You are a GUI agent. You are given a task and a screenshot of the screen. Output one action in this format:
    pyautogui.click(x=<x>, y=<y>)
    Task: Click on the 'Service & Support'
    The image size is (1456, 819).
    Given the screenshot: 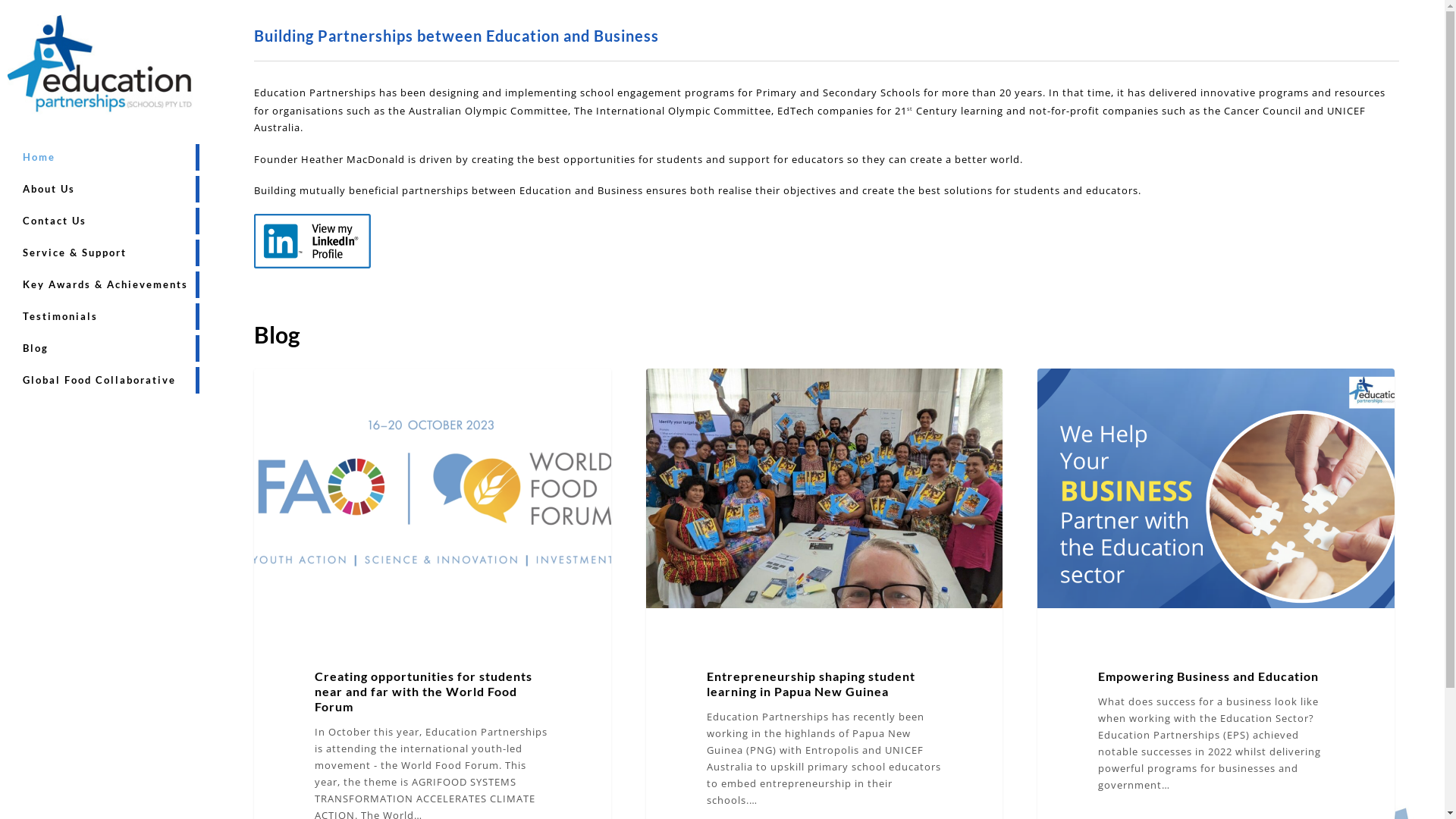 What is the action you would take?
    pyautogui.click(x=74, y=252)
    